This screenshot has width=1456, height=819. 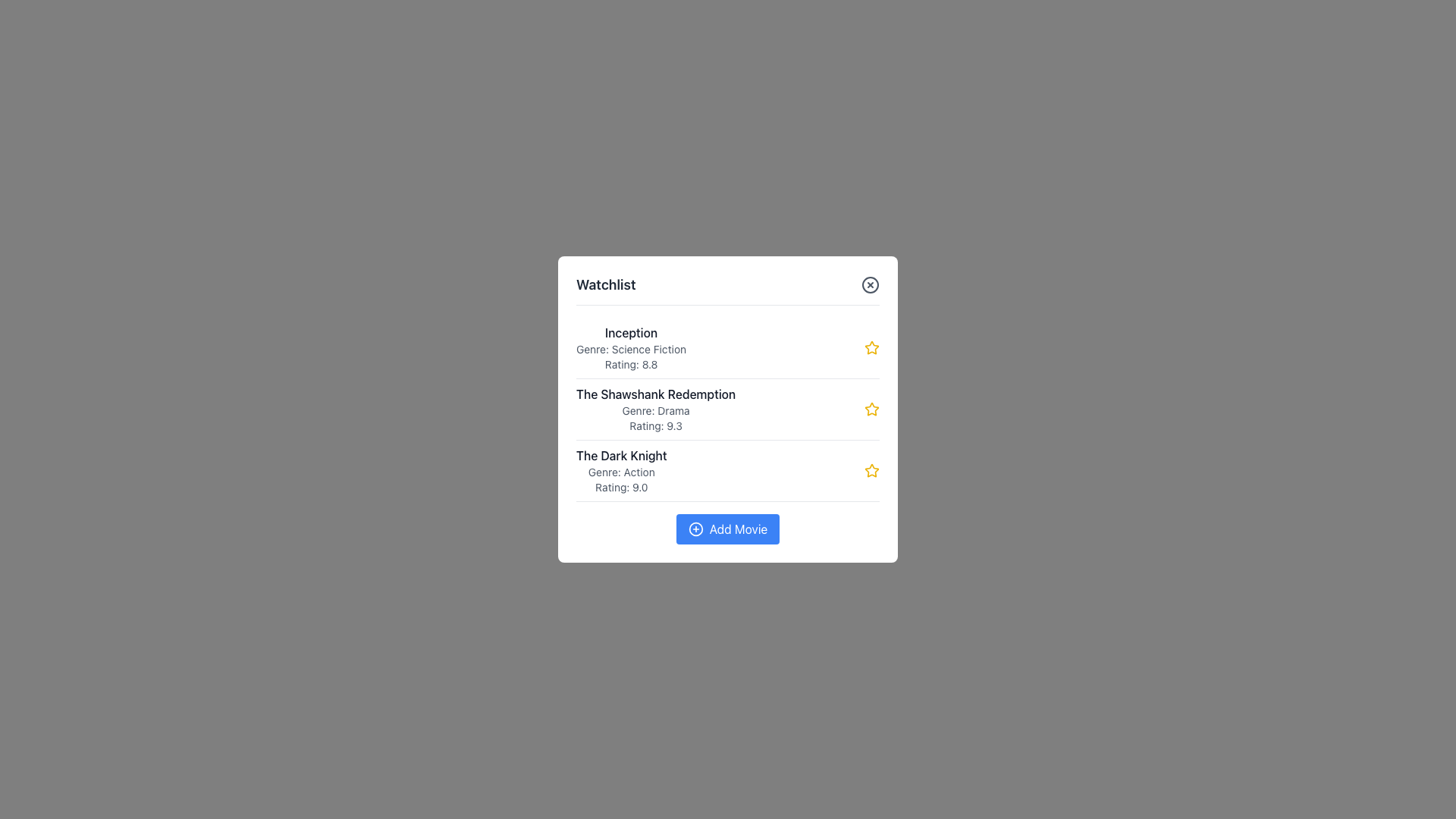 I want to click on text label displaying the title of a movie in the Watchlist, which is located at the center of the card interface in the second row, so click(x=656, y=394).